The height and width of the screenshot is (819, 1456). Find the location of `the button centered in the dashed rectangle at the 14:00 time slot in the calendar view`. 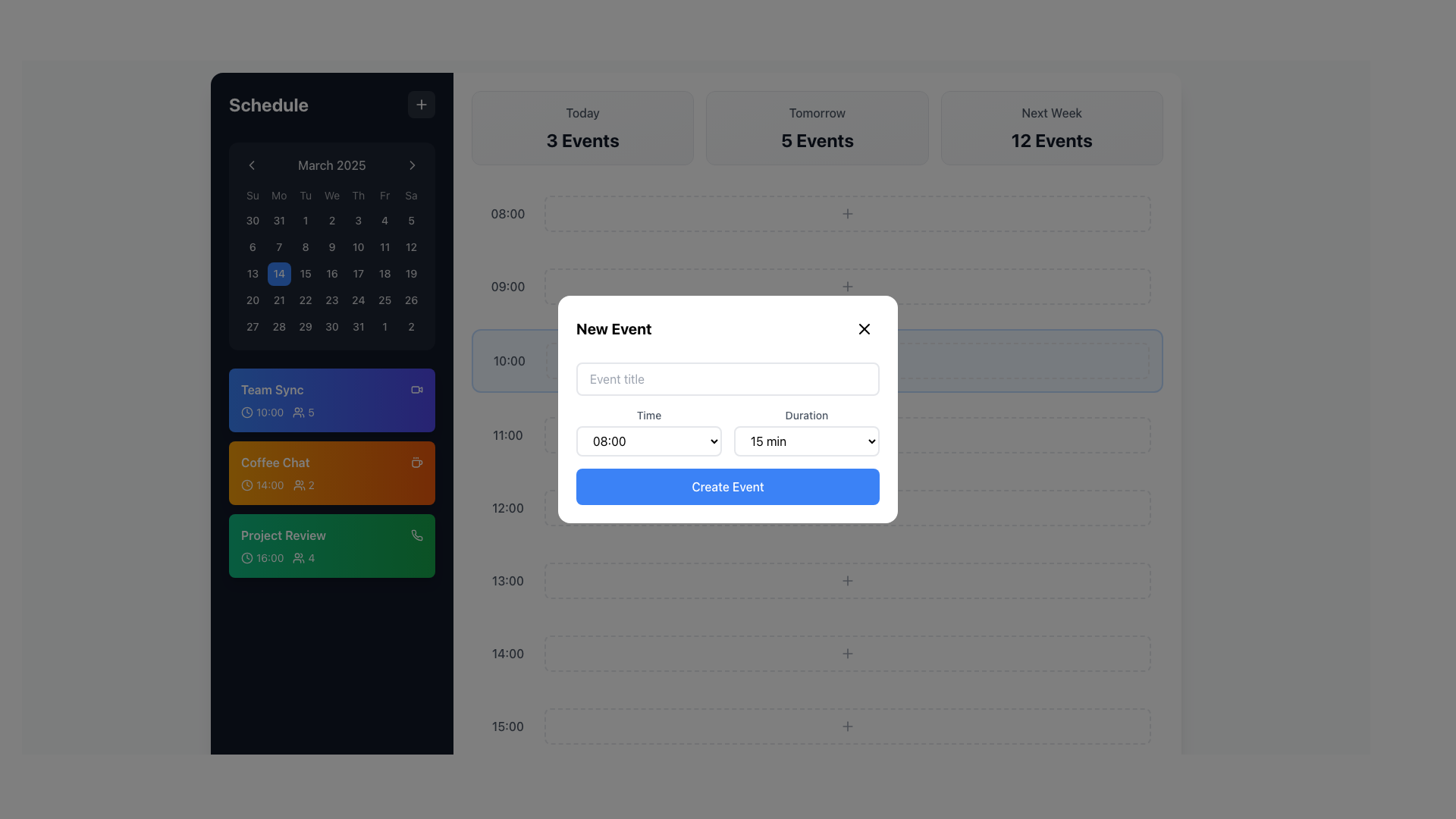

the button centered in the dashed rectangle at the 14:00 time slot in the calendar view is located at coordinates (847, 652).